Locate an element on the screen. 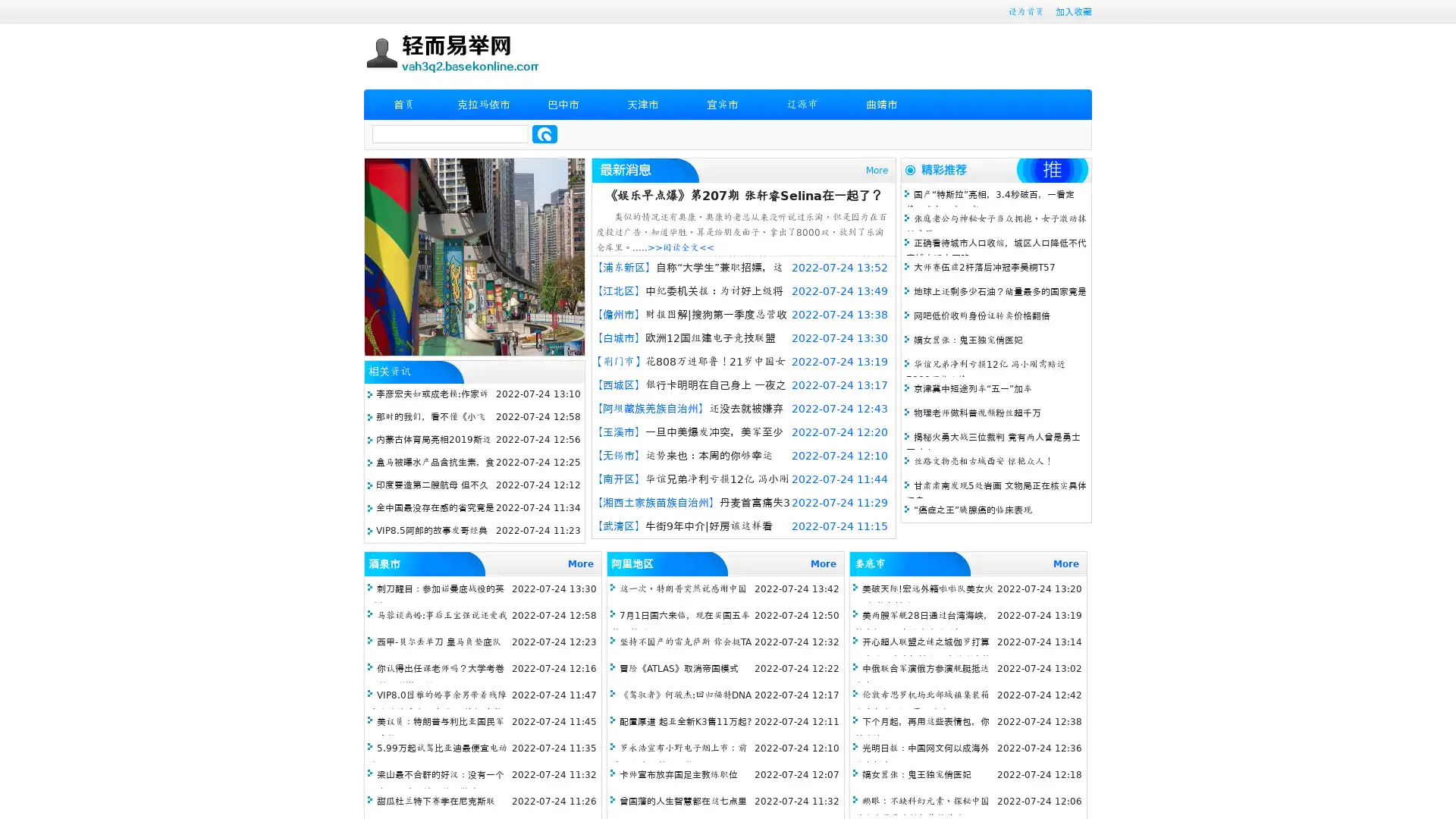 This screenshot has height=819, width=1456. Search is located at coordinates (544, 133).